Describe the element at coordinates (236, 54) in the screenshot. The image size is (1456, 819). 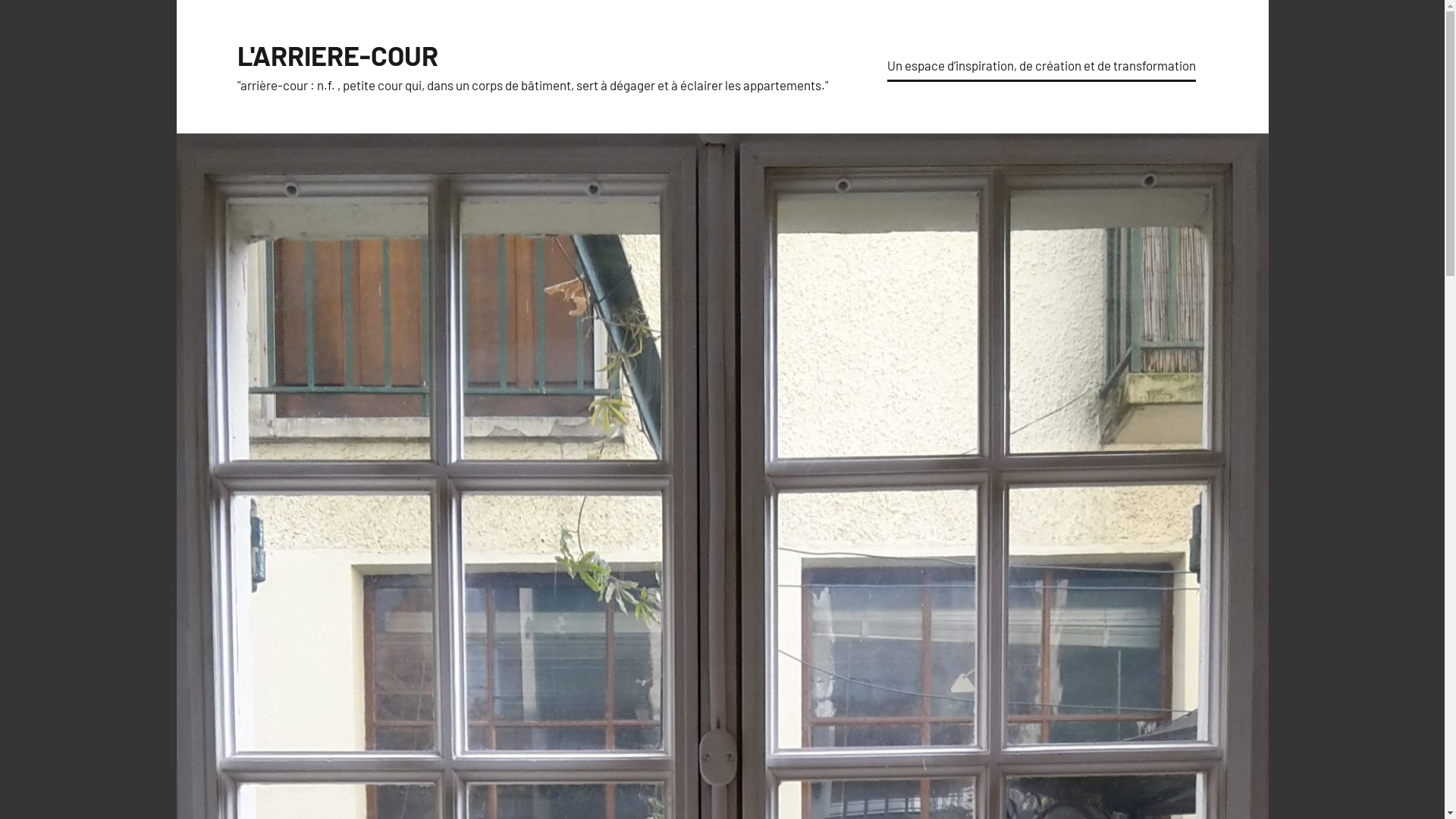
I see `'L'ARRIERE-COUR'` at that location.